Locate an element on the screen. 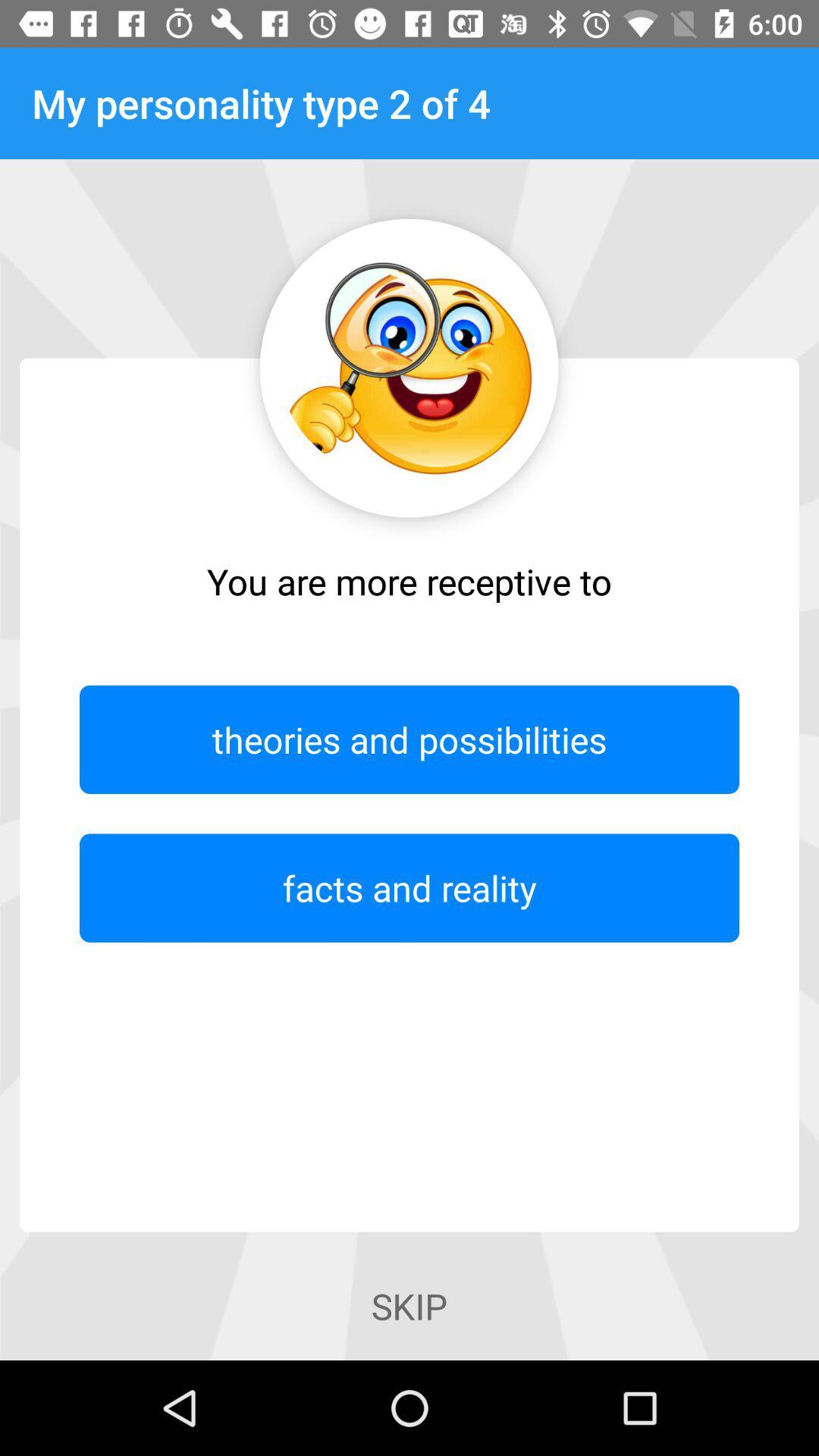 The image size is (819, 1456). the facts and reality is located at coordinates (409, 888).